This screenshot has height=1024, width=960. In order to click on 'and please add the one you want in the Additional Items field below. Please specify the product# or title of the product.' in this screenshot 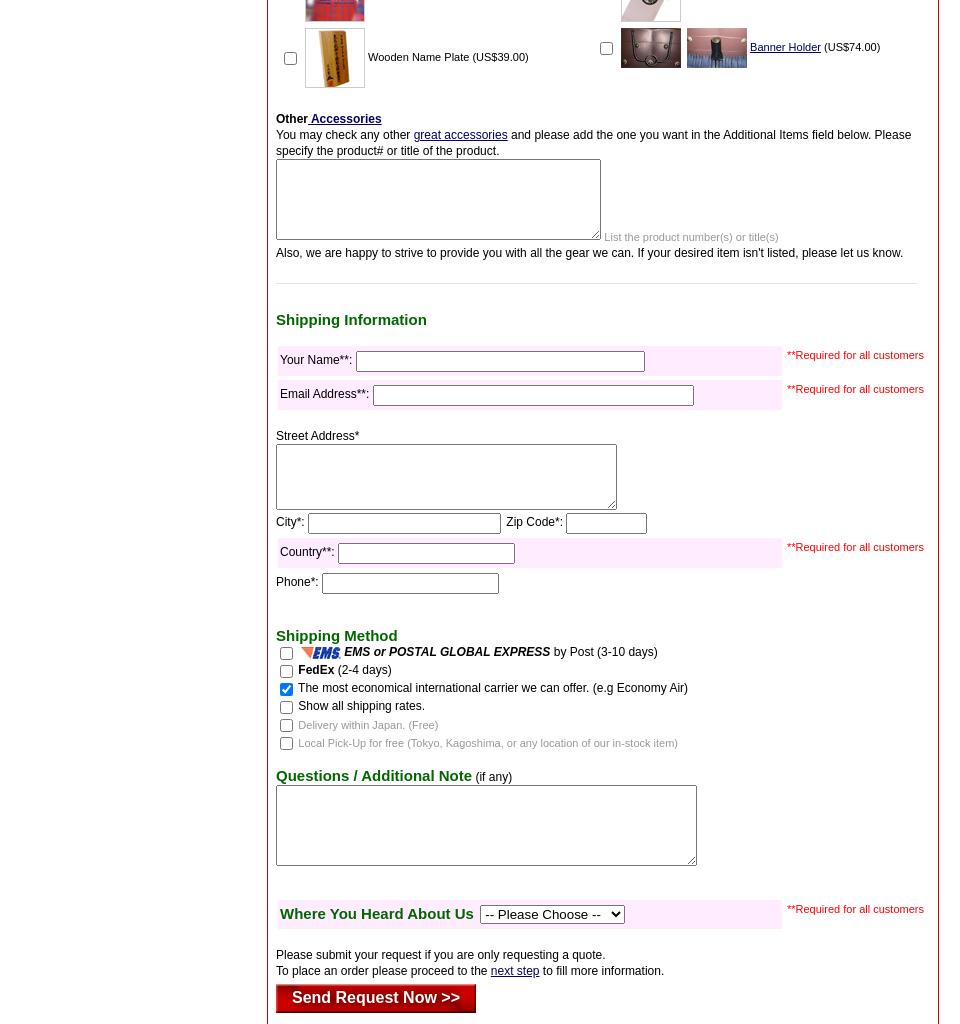, I will do `click(593, 141)`.